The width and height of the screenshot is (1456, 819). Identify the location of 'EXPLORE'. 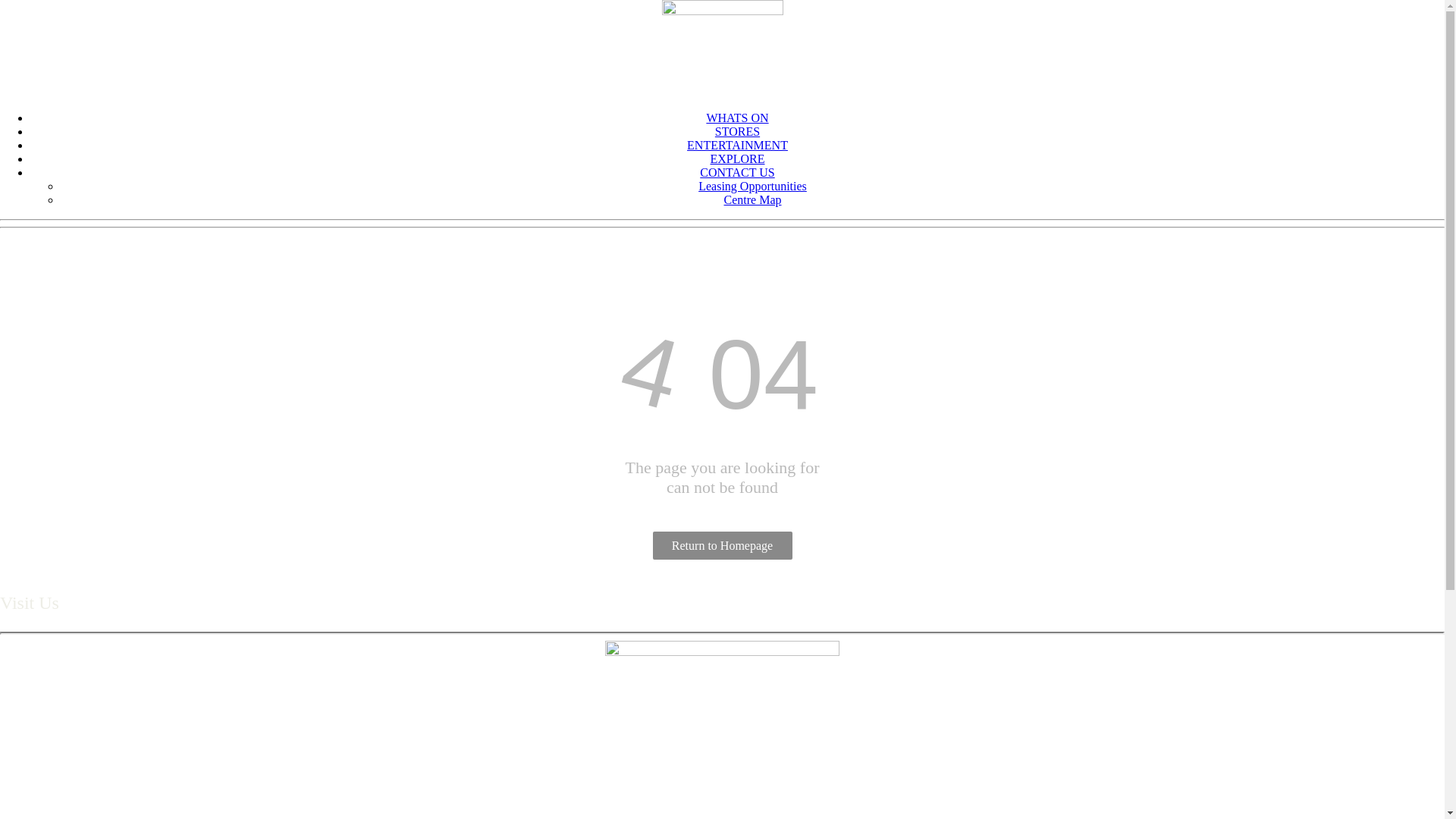
(736, 158).